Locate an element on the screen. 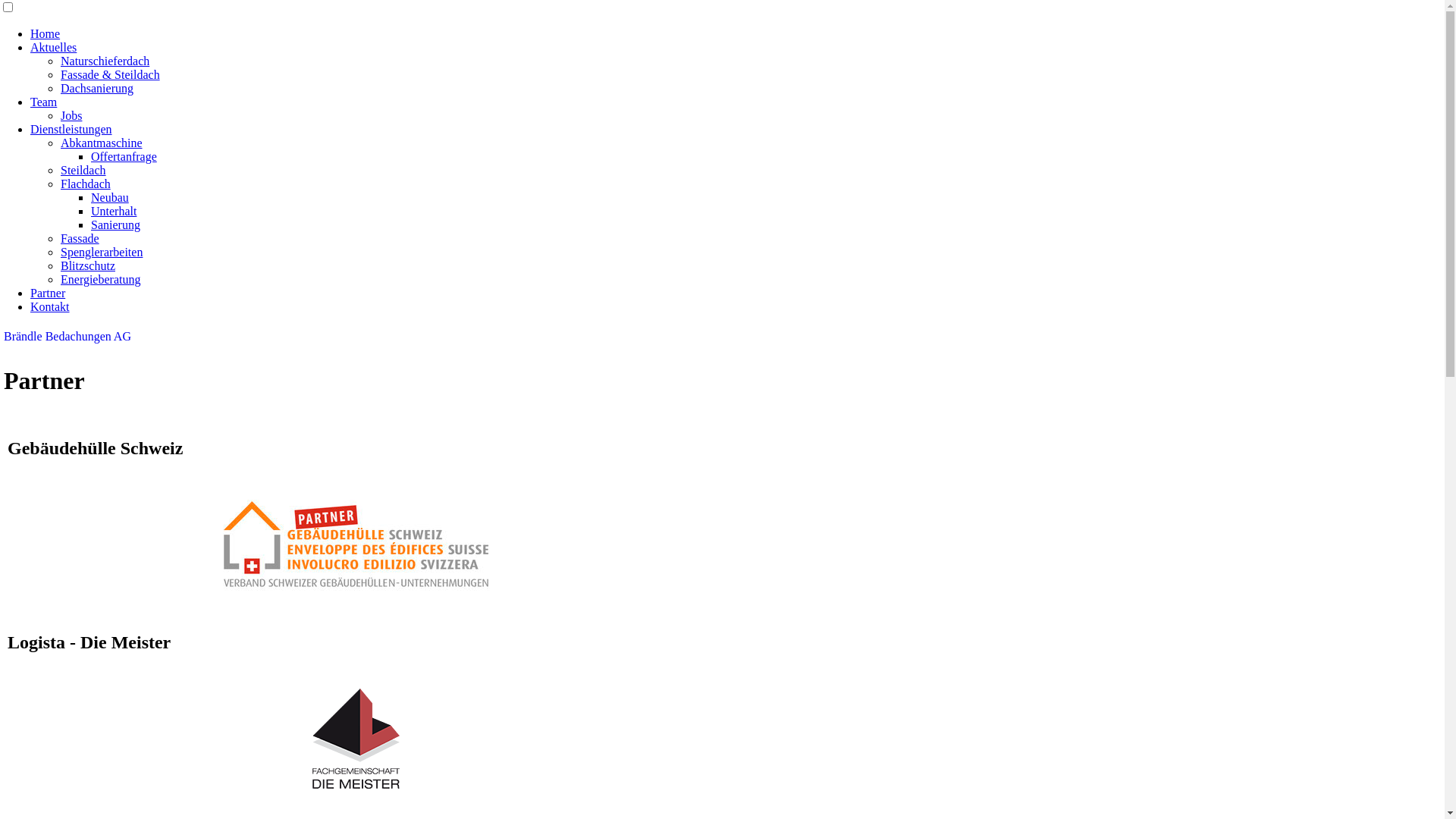 This screenshot has height=819, width=1456. 'Unterhalt' is located at coordinates (112, 211).